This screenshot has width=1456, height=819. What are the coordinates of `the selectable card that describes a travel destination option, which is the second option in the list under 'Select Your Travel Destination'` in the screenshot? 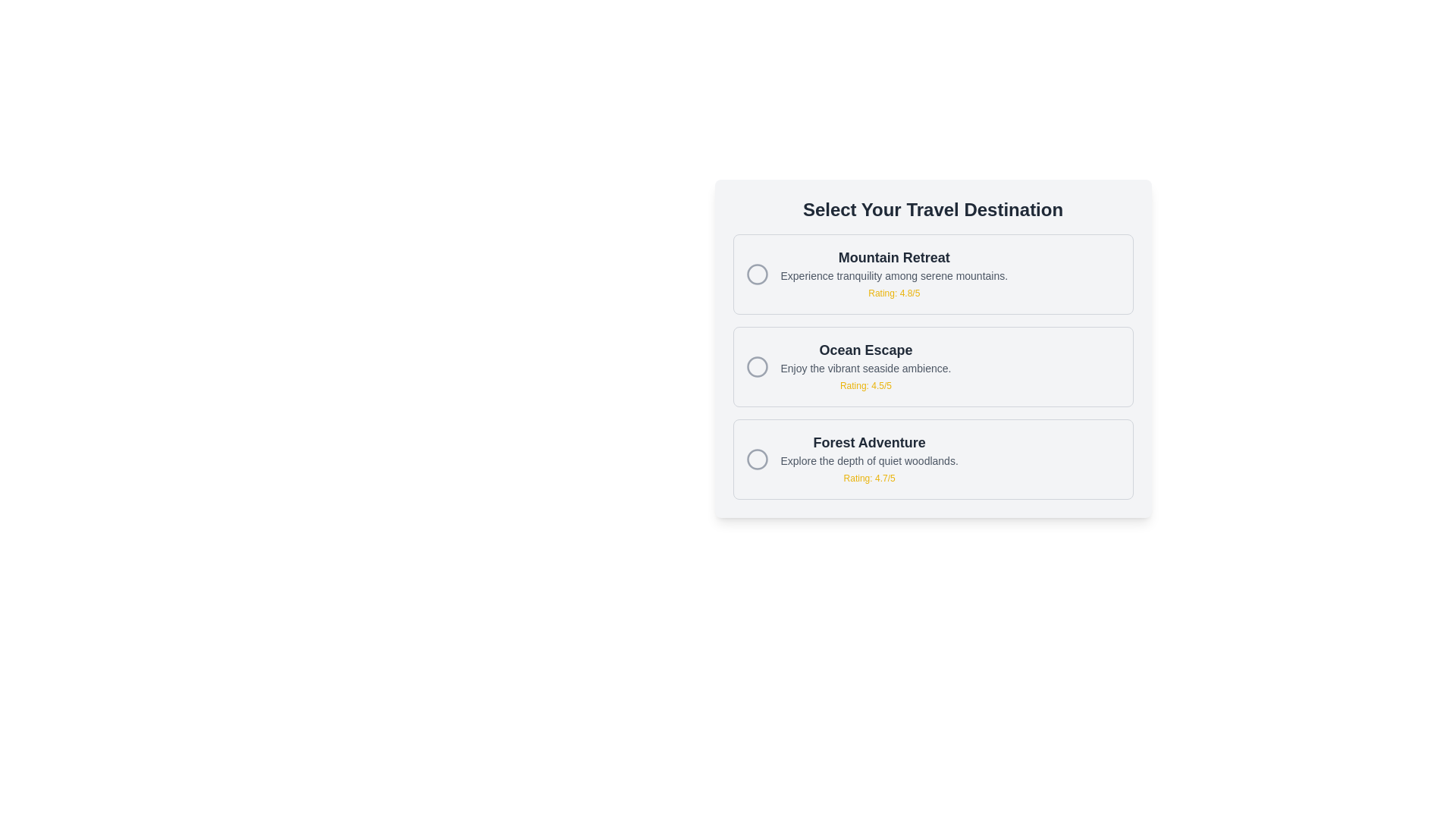 It's located at (932, 348).